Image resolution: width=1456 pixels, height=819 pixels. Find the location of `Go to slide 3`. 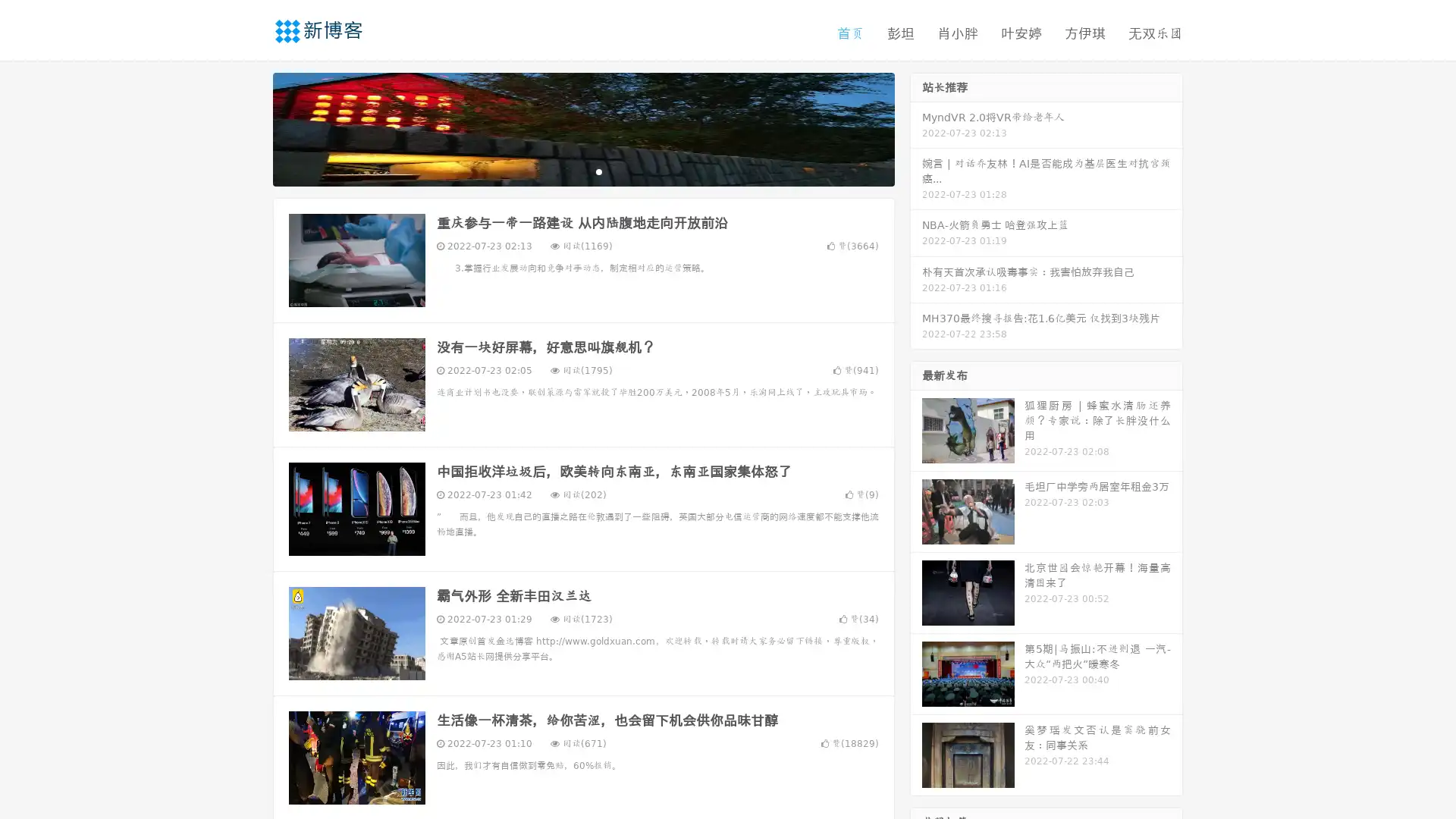

Go to slide 3 is located at coordinates (598, 171).